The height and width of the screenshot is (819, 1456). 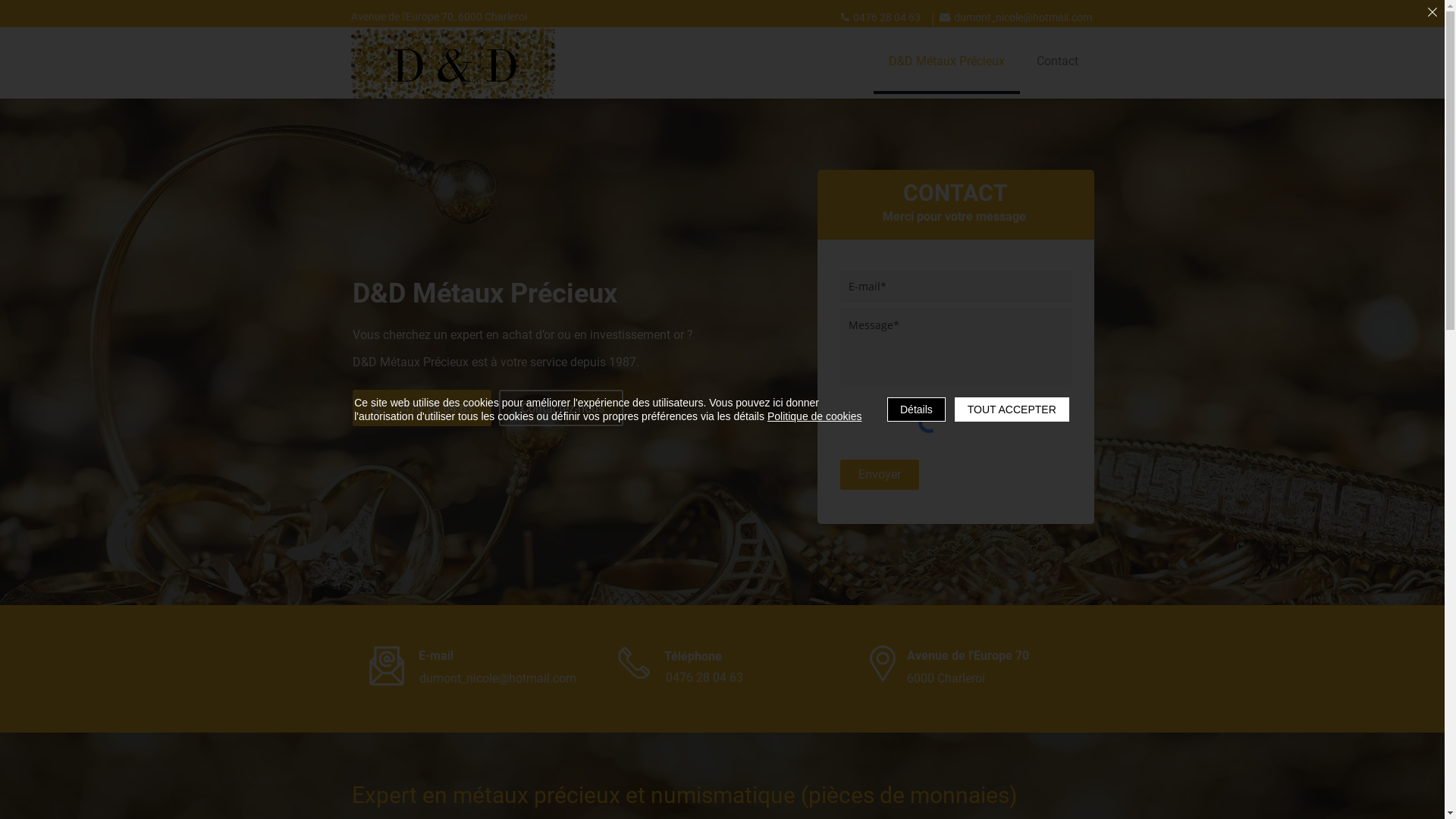 What do you see at coordinates (880, 473) in the screenshot?
I see `'Envoyer'` at bounding box center [880, 473].